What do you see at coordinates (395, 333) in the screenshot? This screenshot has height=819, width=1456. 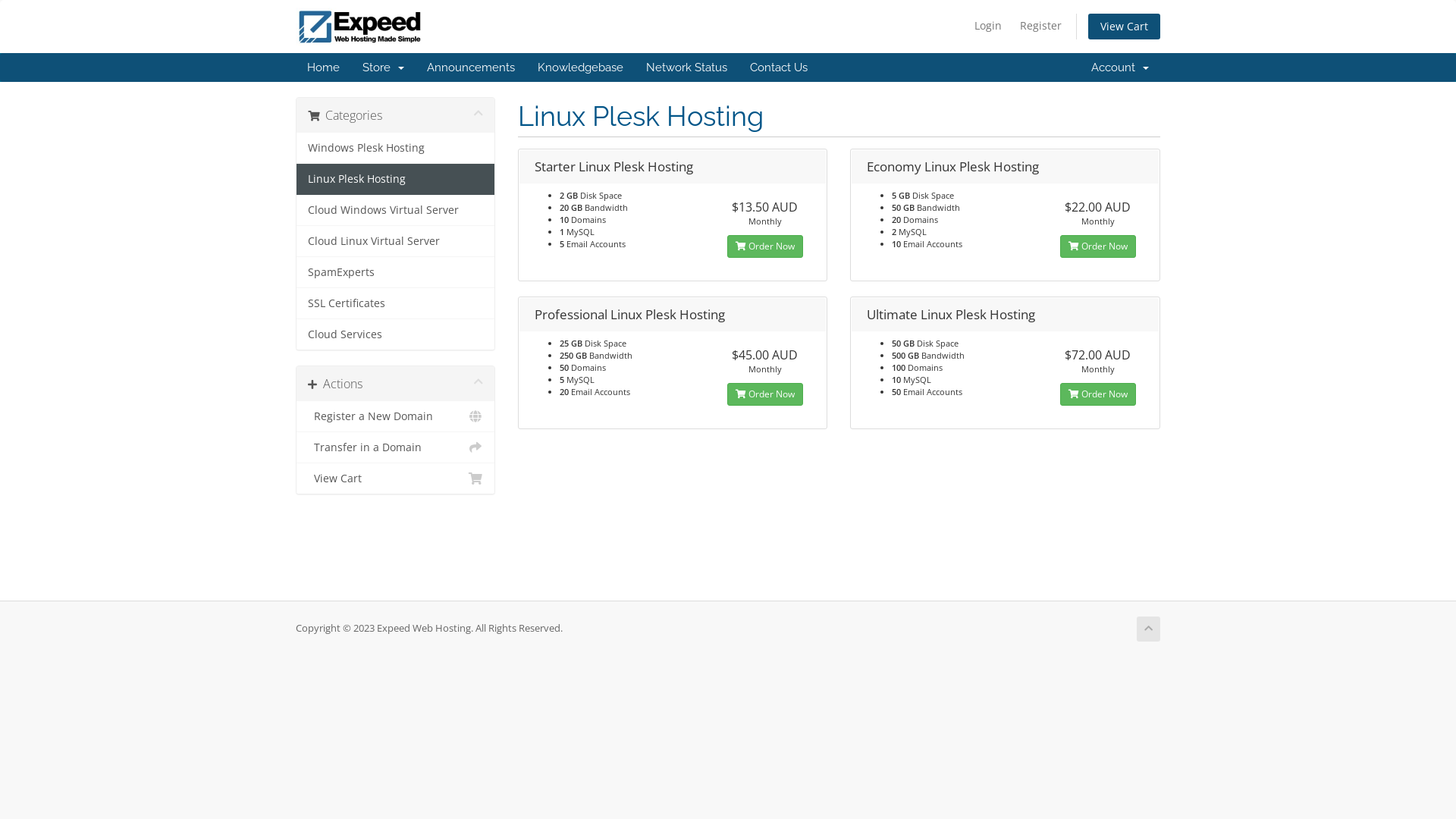 I see `'Cloud Services'` at bounding box center [395, 333].